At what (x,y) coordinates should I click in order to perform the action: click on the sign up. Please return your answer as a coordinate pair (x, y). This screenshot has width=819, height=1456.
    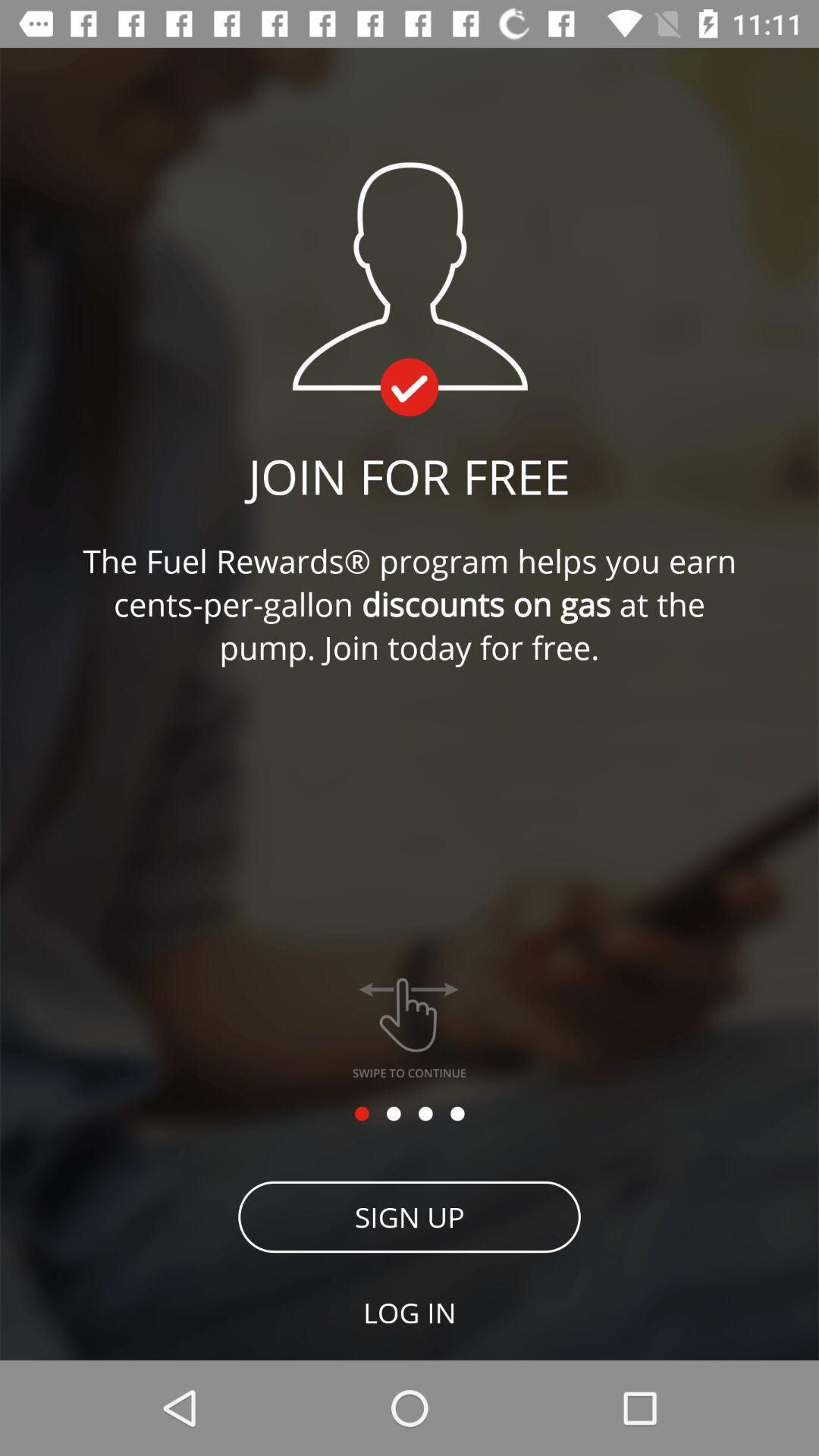
    Looking at the image, I should click on (409, 1216).